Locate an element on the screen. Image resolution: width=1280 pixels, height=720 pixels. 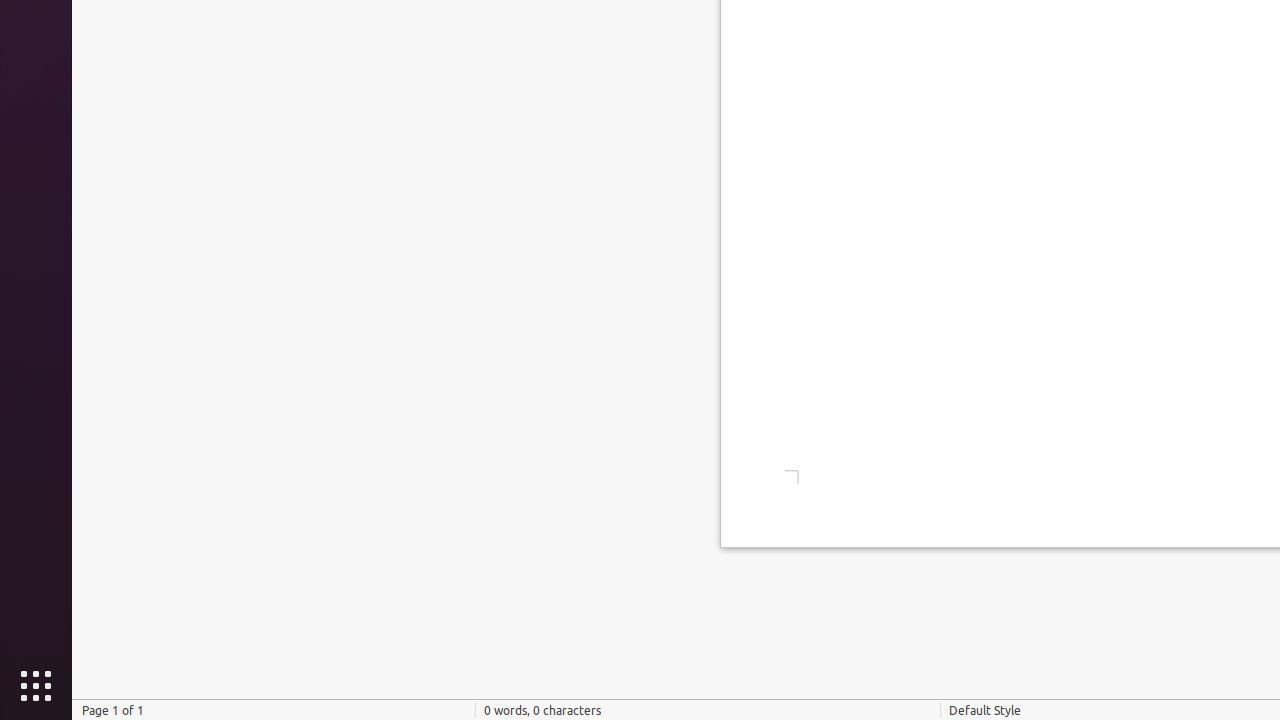
'Show Applications' is located at coordinates (35, 685).